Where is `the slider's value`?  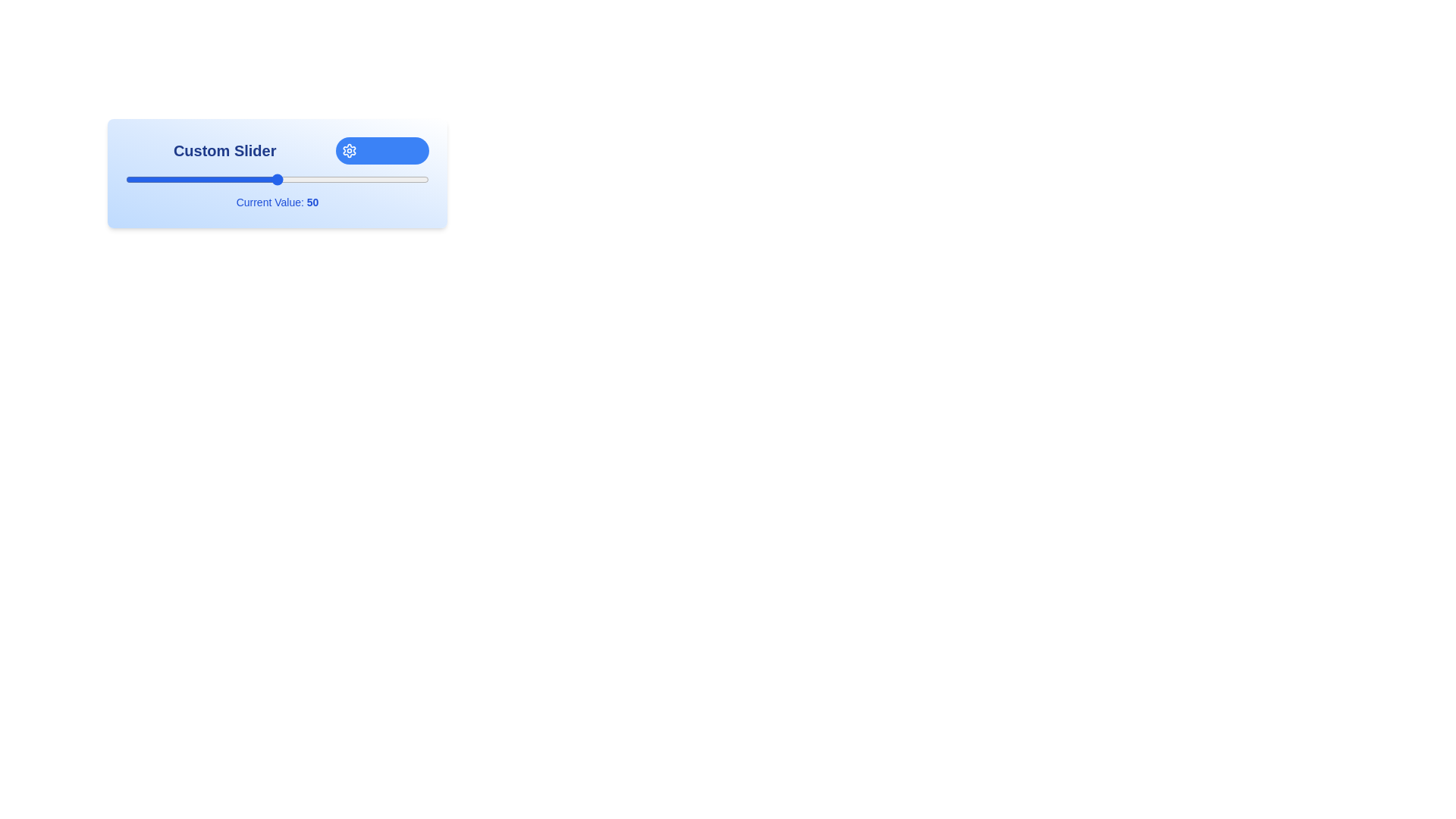 the slider's value is located at coordinates (247, 178).